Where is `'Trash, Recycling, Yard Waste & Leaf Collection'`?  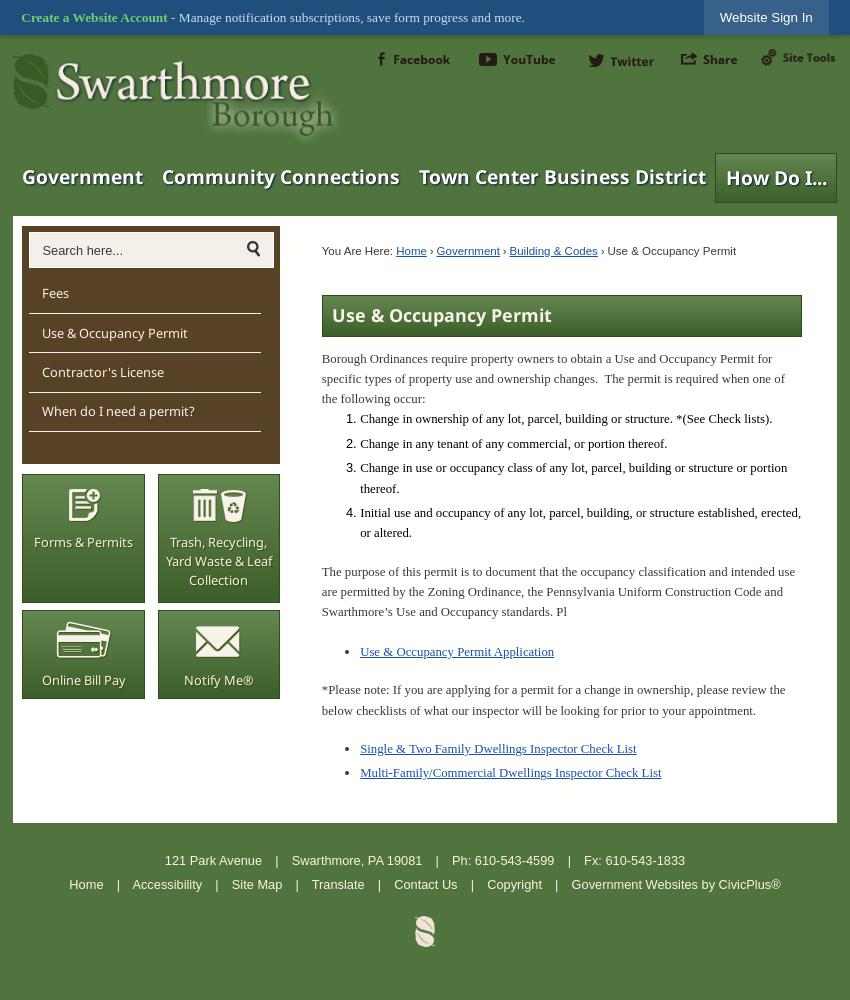
'Trash, Recycling, Yard Waste & Leaf Collection' is located at coordinates (218, 560).